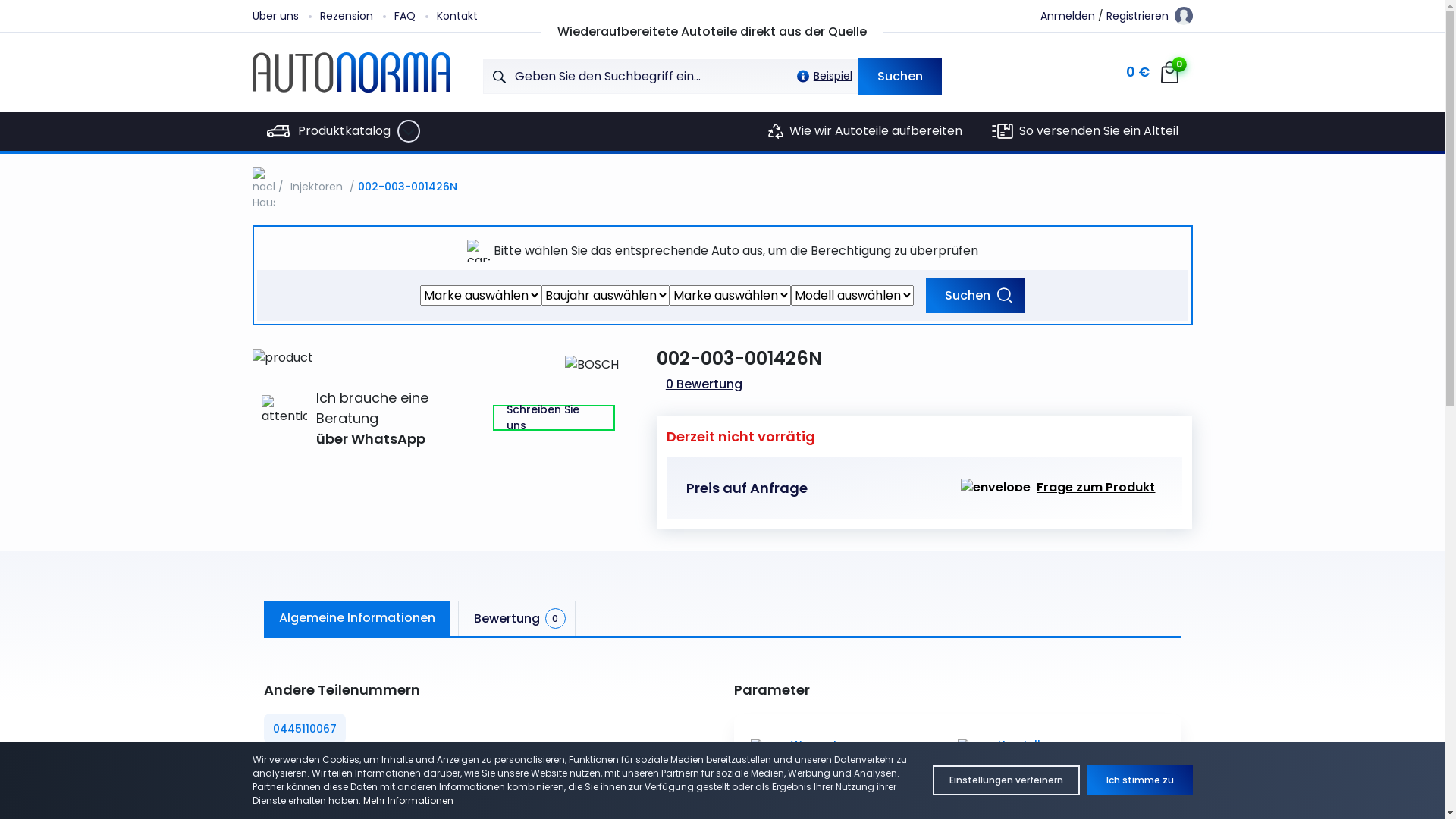 The height and width of the screenshot is (819, 1456). What do you see at coordinates (315, 186) in the screenshot?
I see `'Injektoren'` at bounding box center [315, 186].